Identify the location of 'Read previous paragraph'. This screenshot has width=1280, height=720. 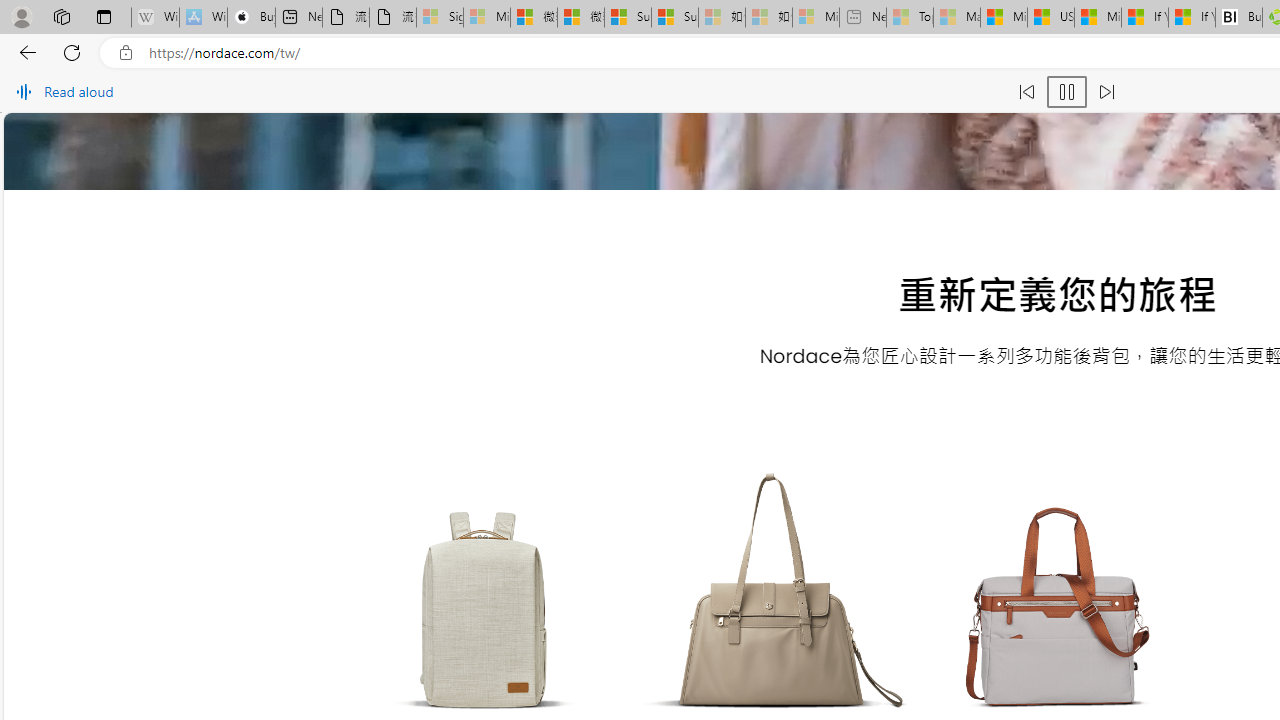
(1026, 92).